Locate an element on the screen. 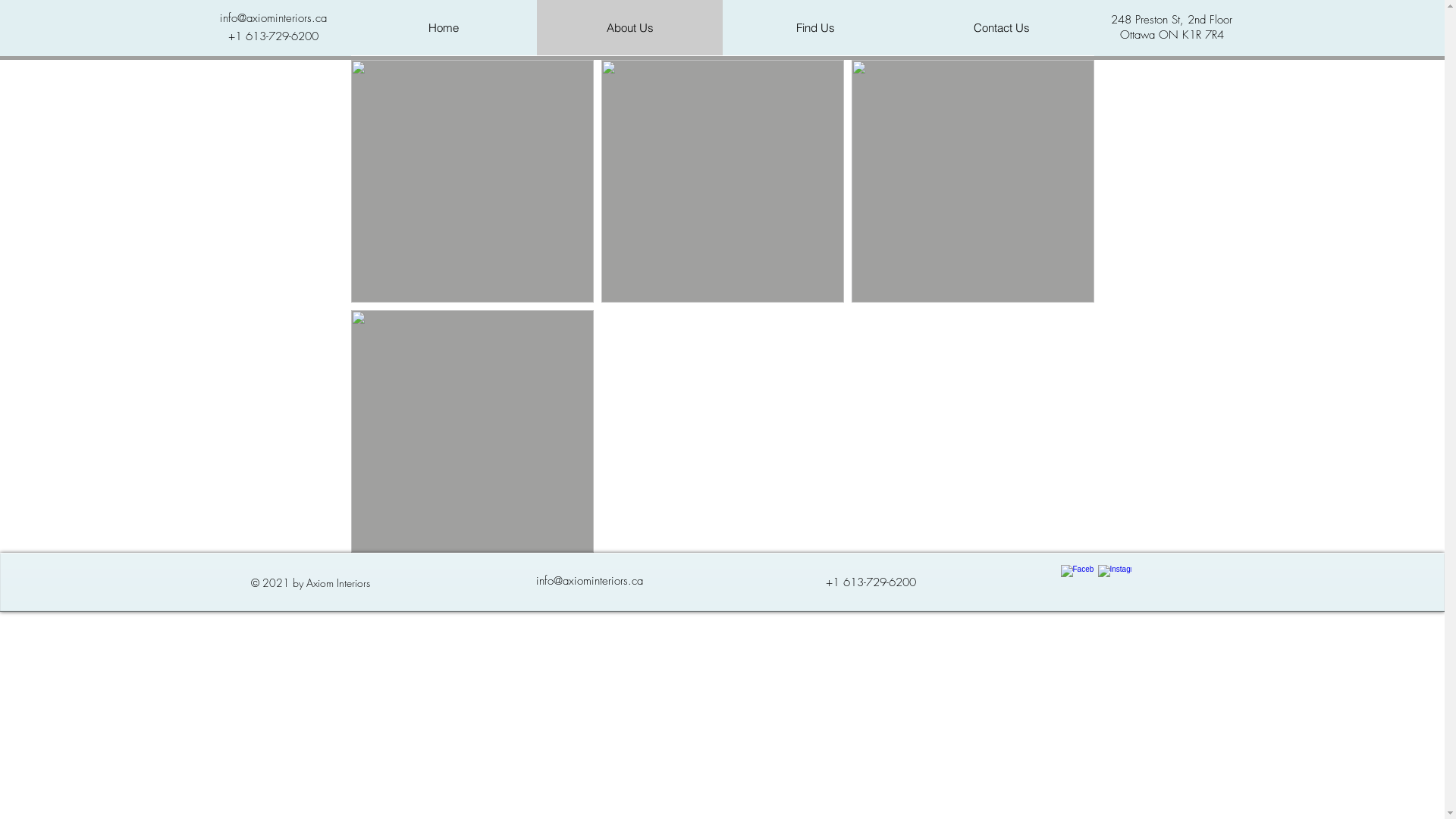  'Contact Us' is located at coordinates (1001, 27).